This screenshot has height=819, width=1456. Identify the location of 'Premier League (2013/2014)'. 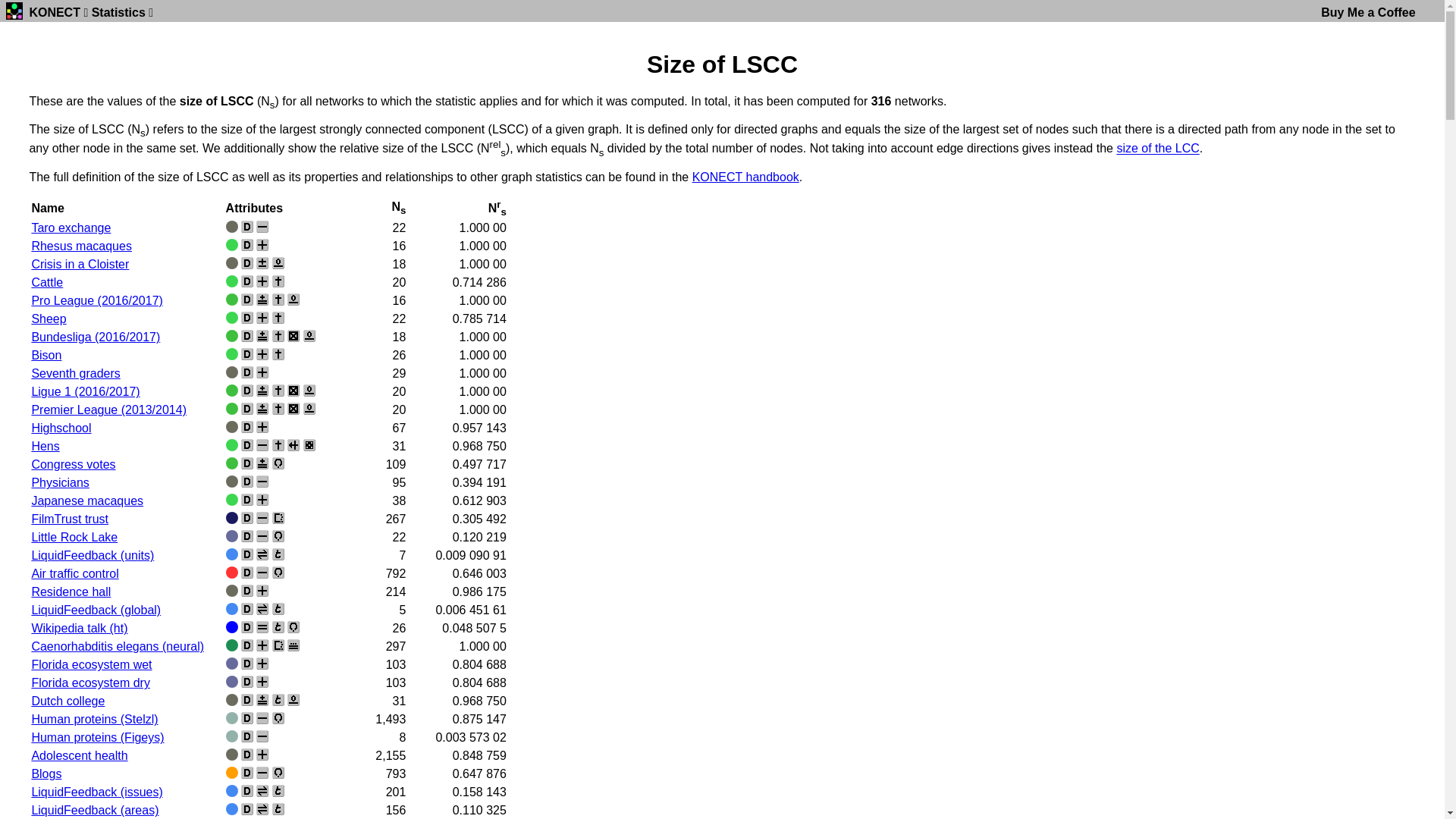
(108, 409).